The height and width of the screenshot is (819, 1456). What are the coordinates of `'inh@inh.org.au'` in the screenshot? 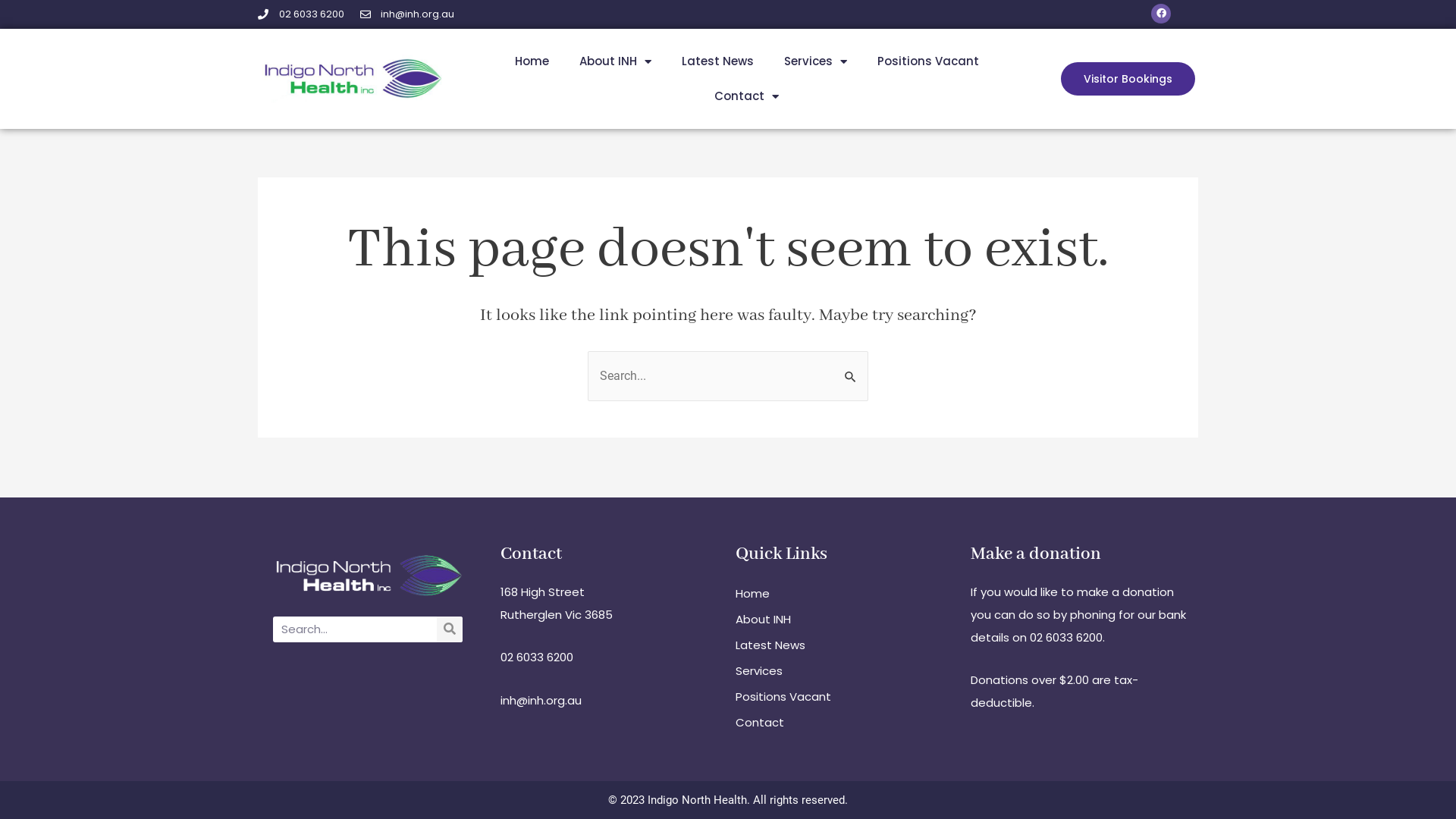 It's located at (541, 699).